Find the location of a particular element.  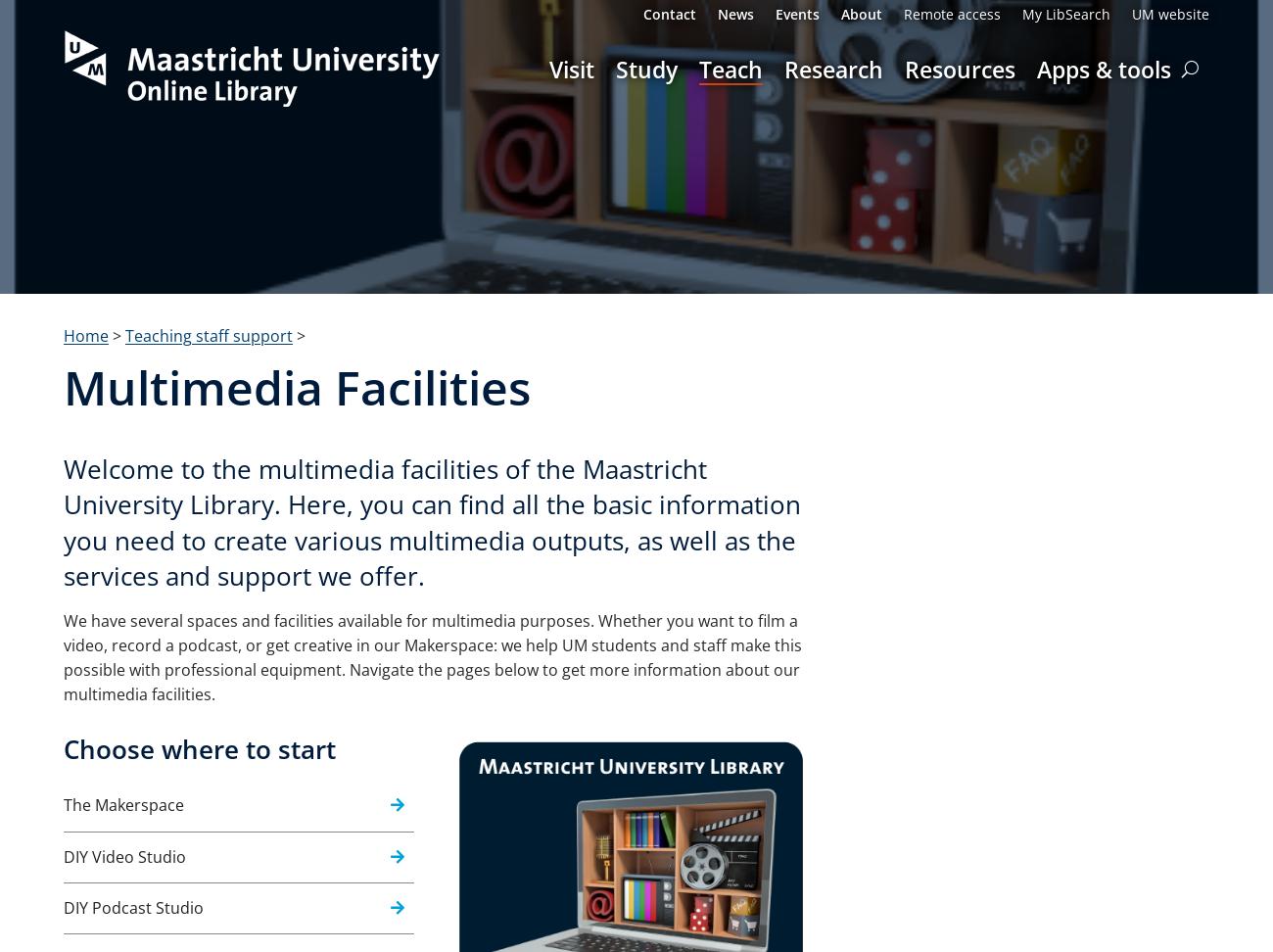

'Remote access' is located at coordinates (952, 14).